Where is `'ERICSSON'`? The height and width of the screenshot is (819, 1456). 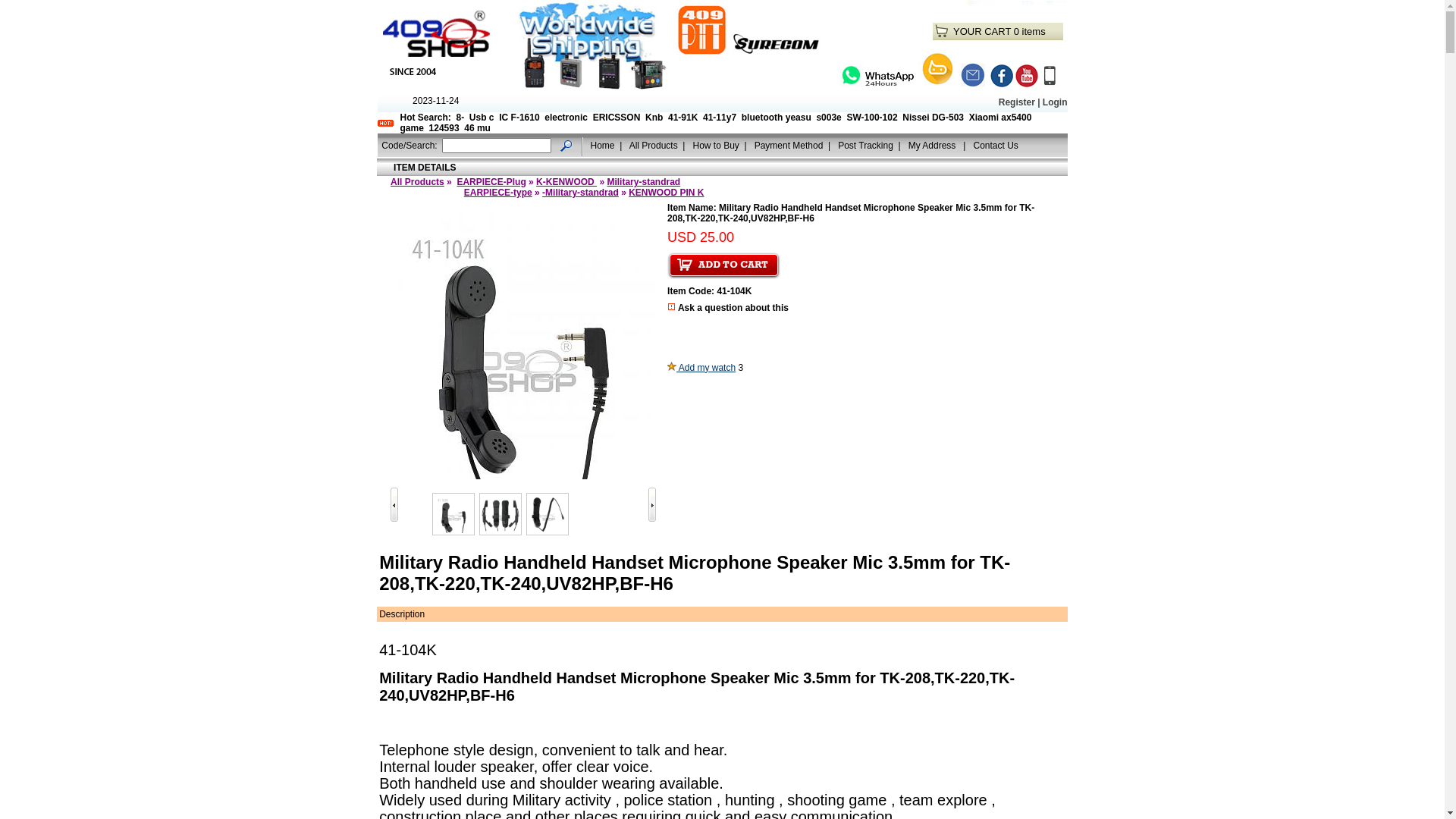
'ERICSSON' is located at coordinates (592, 116).